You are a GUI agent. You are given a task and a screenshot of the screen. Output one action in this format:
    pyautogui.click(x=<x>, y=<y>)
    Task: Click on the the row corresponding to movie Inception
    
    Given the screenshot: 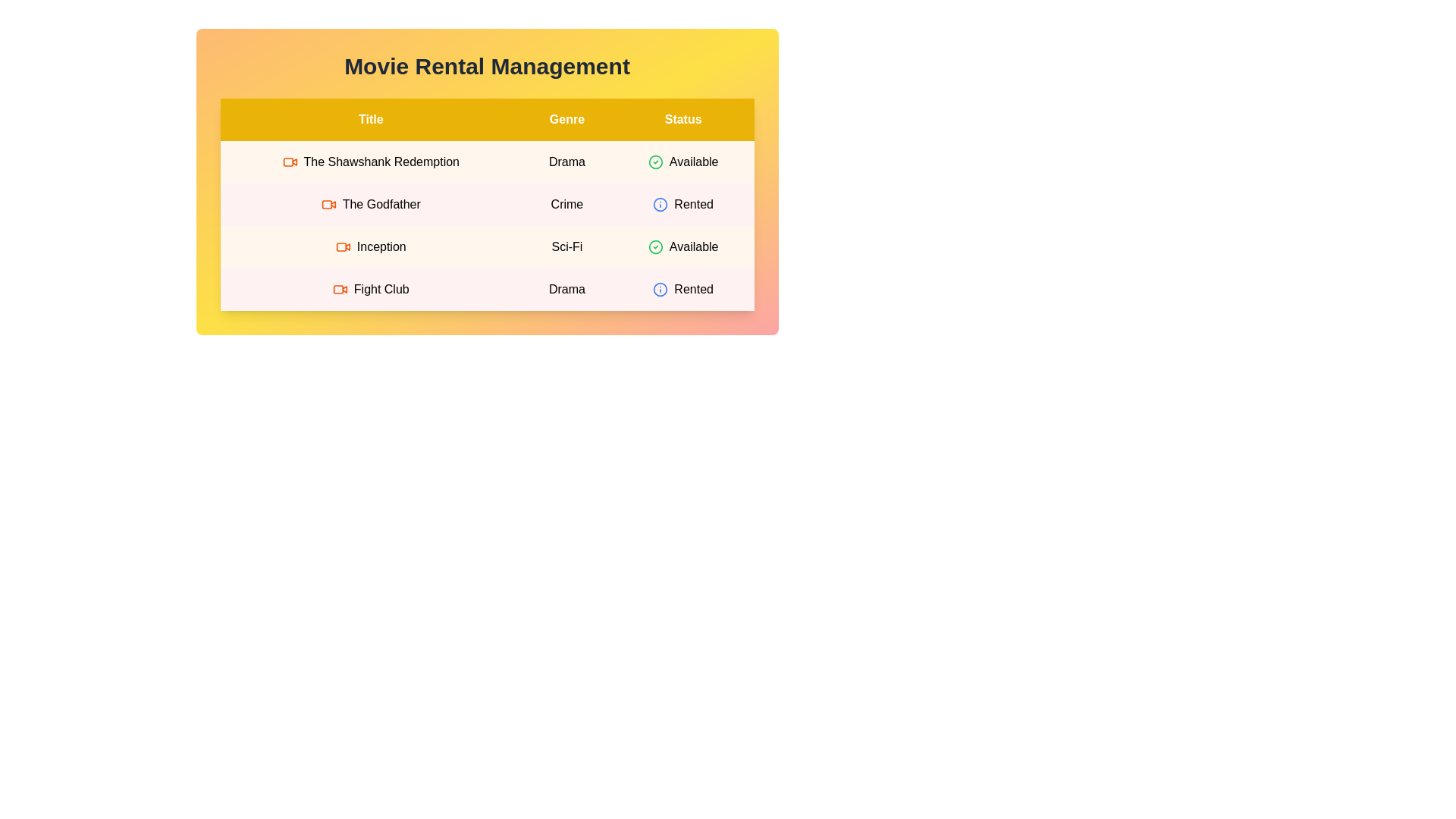 What is the action you would take?
    pyautogui.click(x=487, y=246)
    